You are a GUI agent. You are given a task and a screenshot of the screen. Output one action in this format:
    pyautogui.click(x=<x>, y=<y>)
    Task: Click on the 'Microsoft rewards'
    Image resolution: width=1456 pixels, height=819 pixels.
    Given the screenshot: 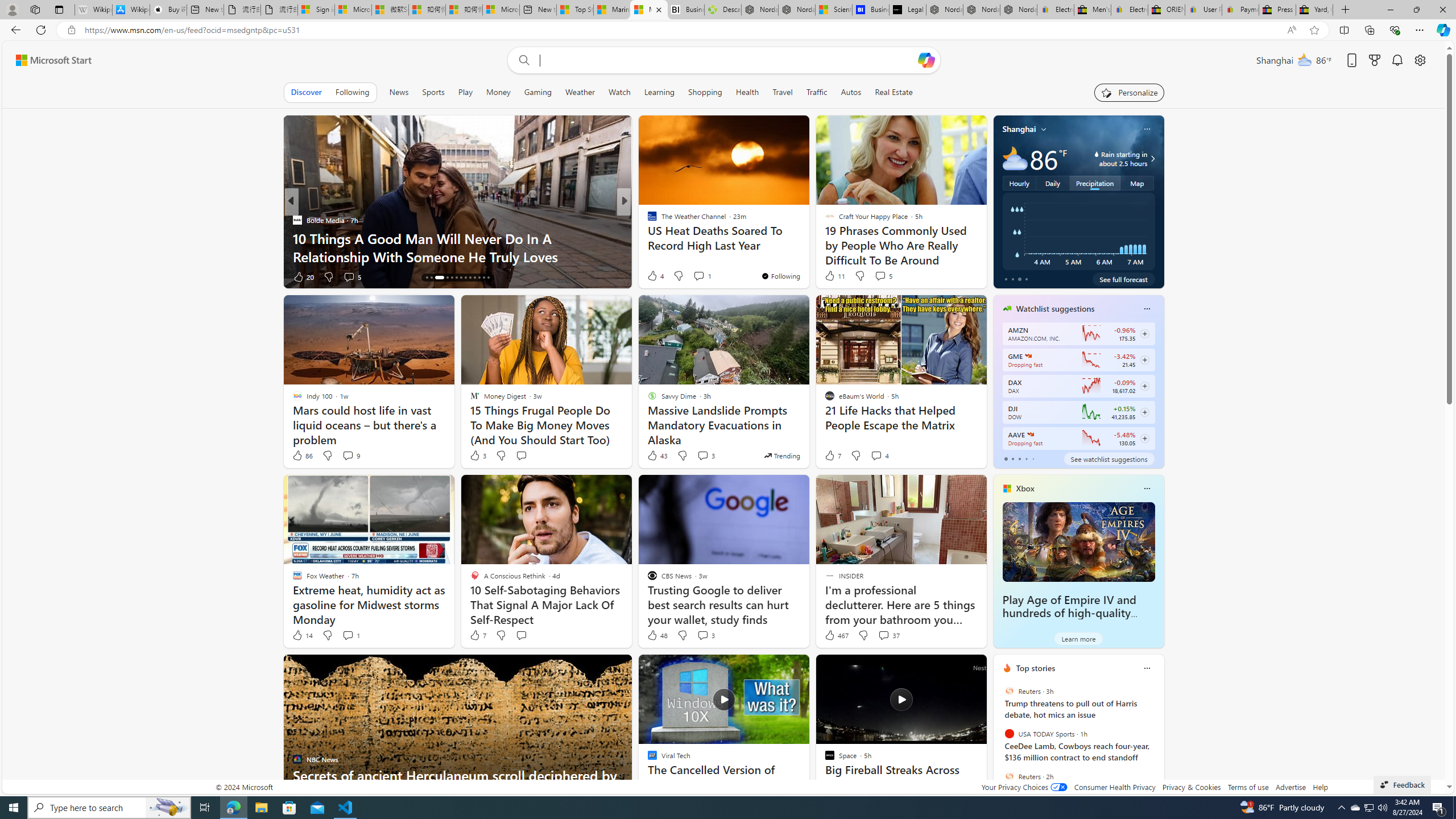 What is the action you would take?
    pyautogui.click(x=1374, y=60)
    